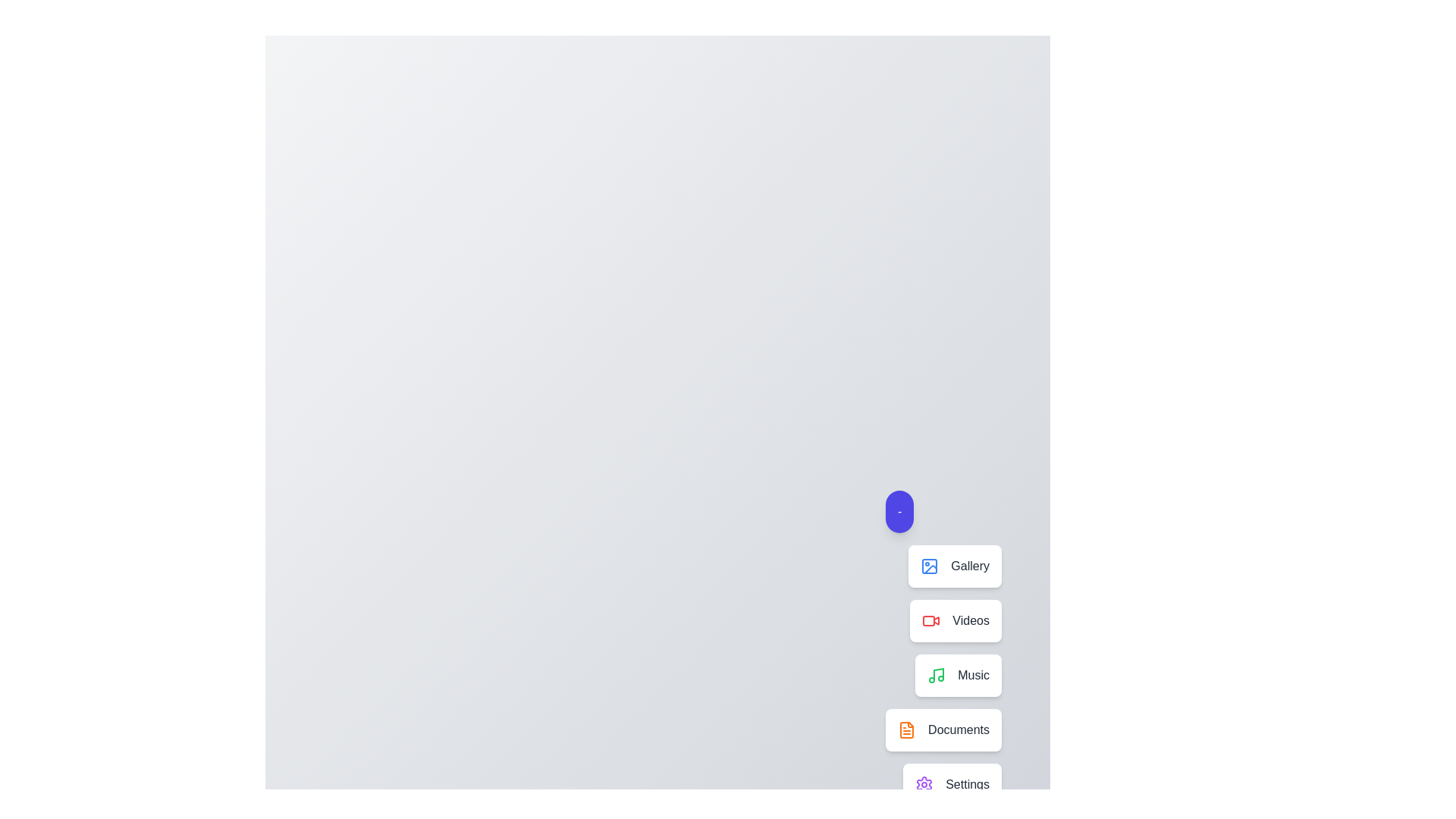 Image resolution: width=1456 pixels, height=819 pixels. What do you see at coordinates (952, 784) in the screenshot?
I see `the menu item labeled 'Settings' to observe its hover animation` at bounding box center [952, 784].